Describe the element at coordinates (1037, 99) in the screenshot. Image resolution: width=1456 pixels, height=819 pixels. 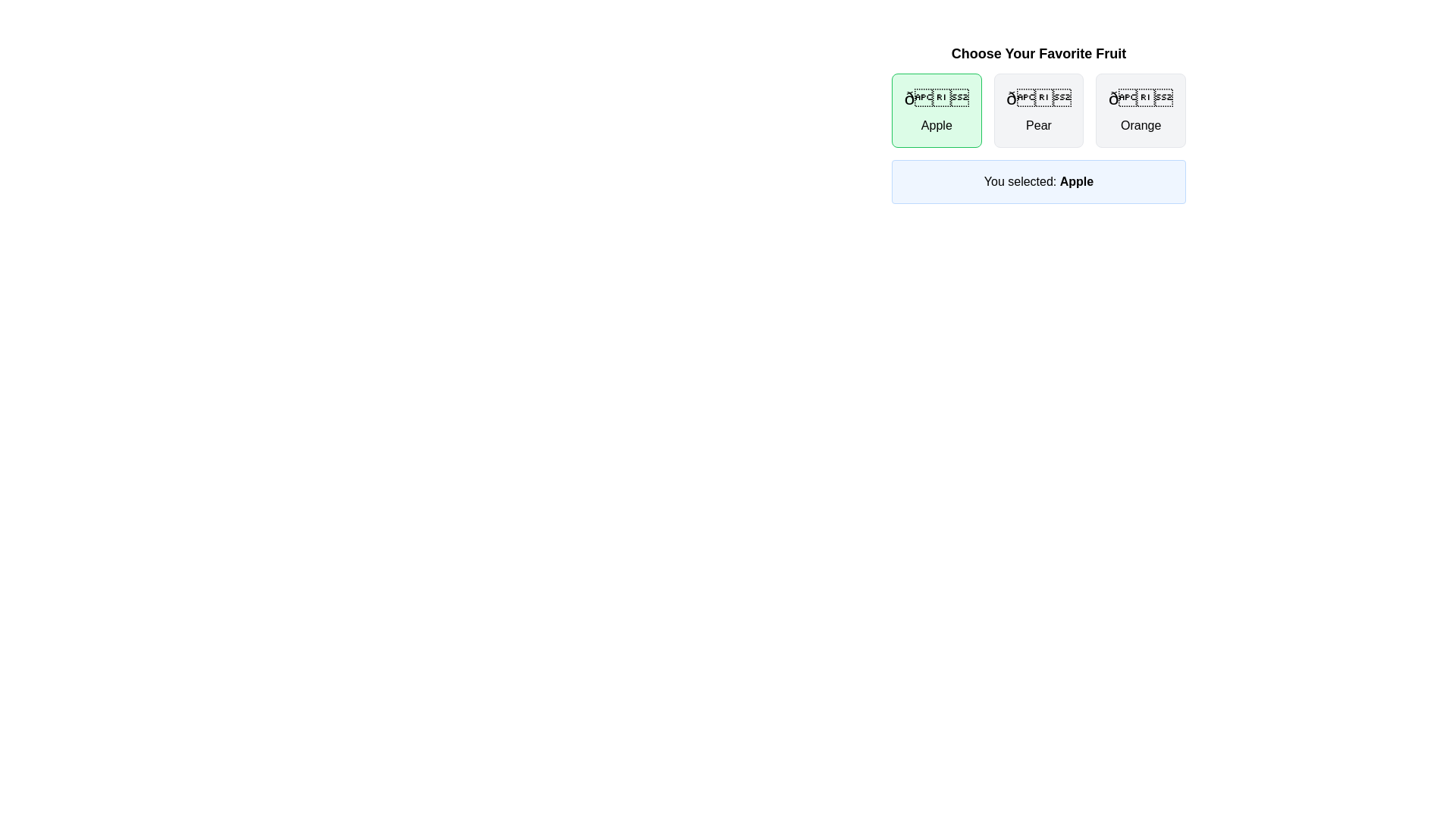
I see `the text element representing the visual identification of the 'Pear' selection card, which is centrally located in the second column of the card layout, above the text 'Pear'` at that location.